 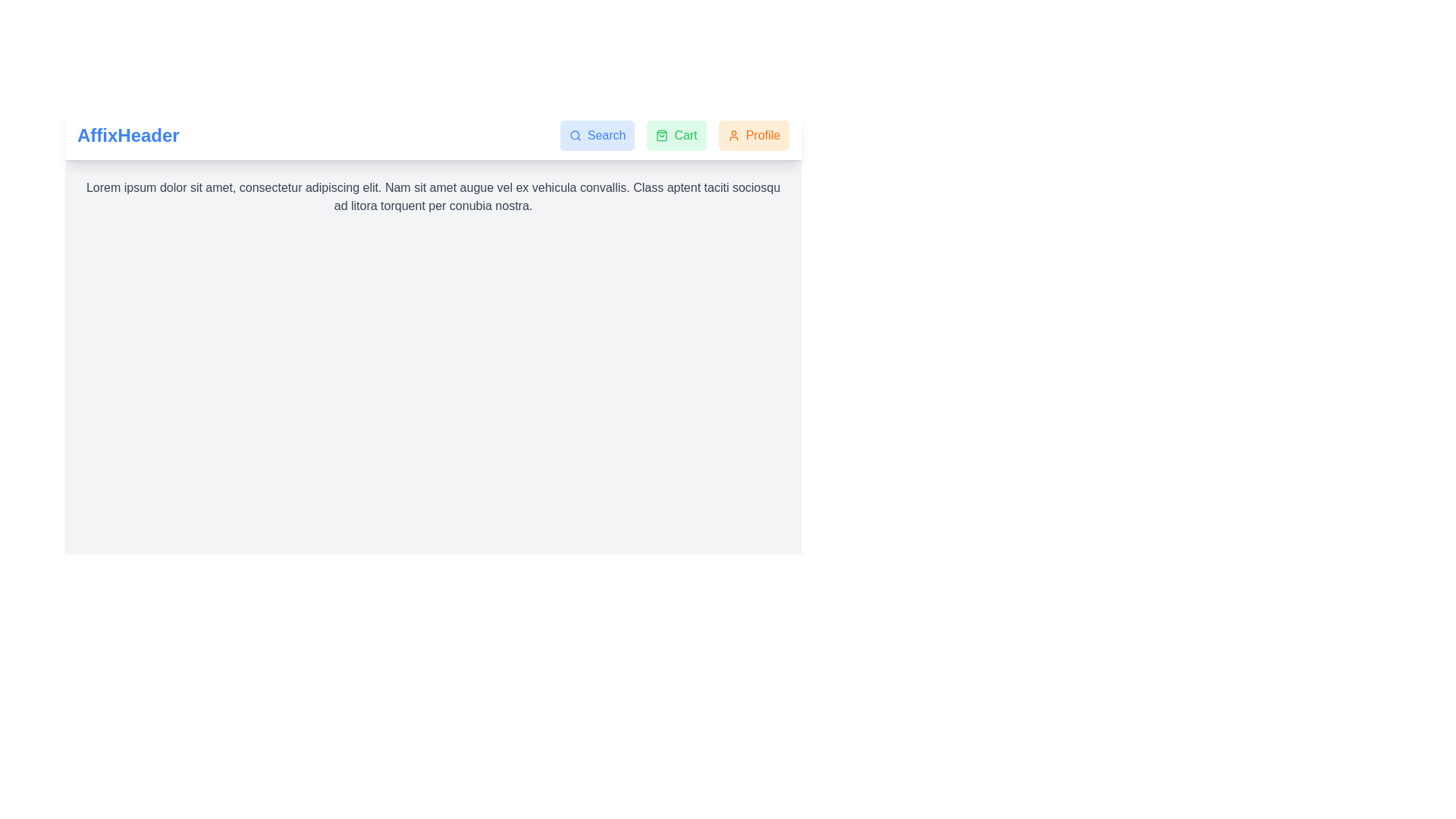 What do you see at coordinates (676, 134) in the screenshot?
I see `the shopping cart button in the navigation bar to change its color` at bounding box center [676, 134].